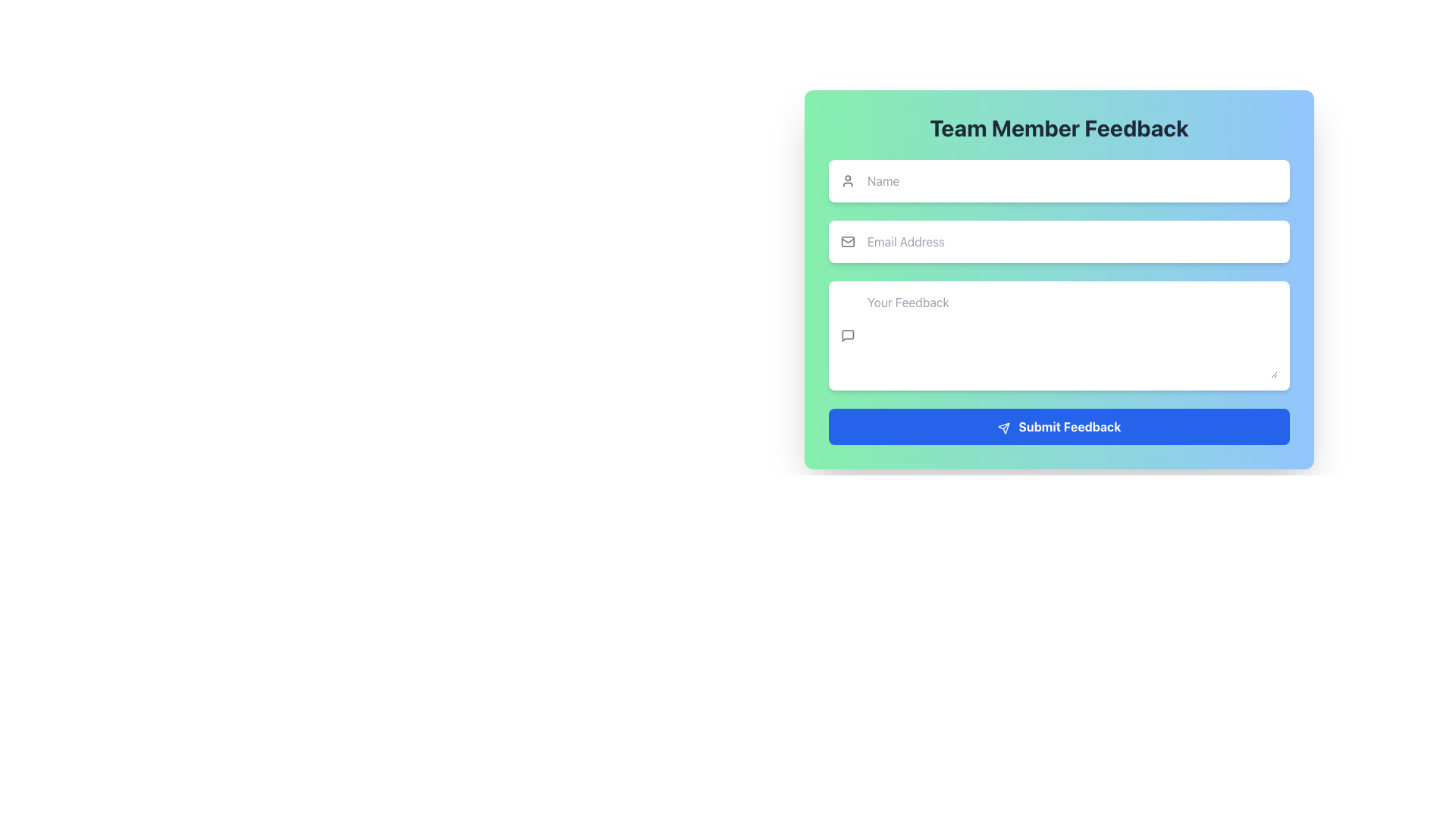 This screenshot has width=1456, height=819. I want to click on the blue 'Submit Feedback' button located at the bottom of the feedback form, so click(1058, 427).